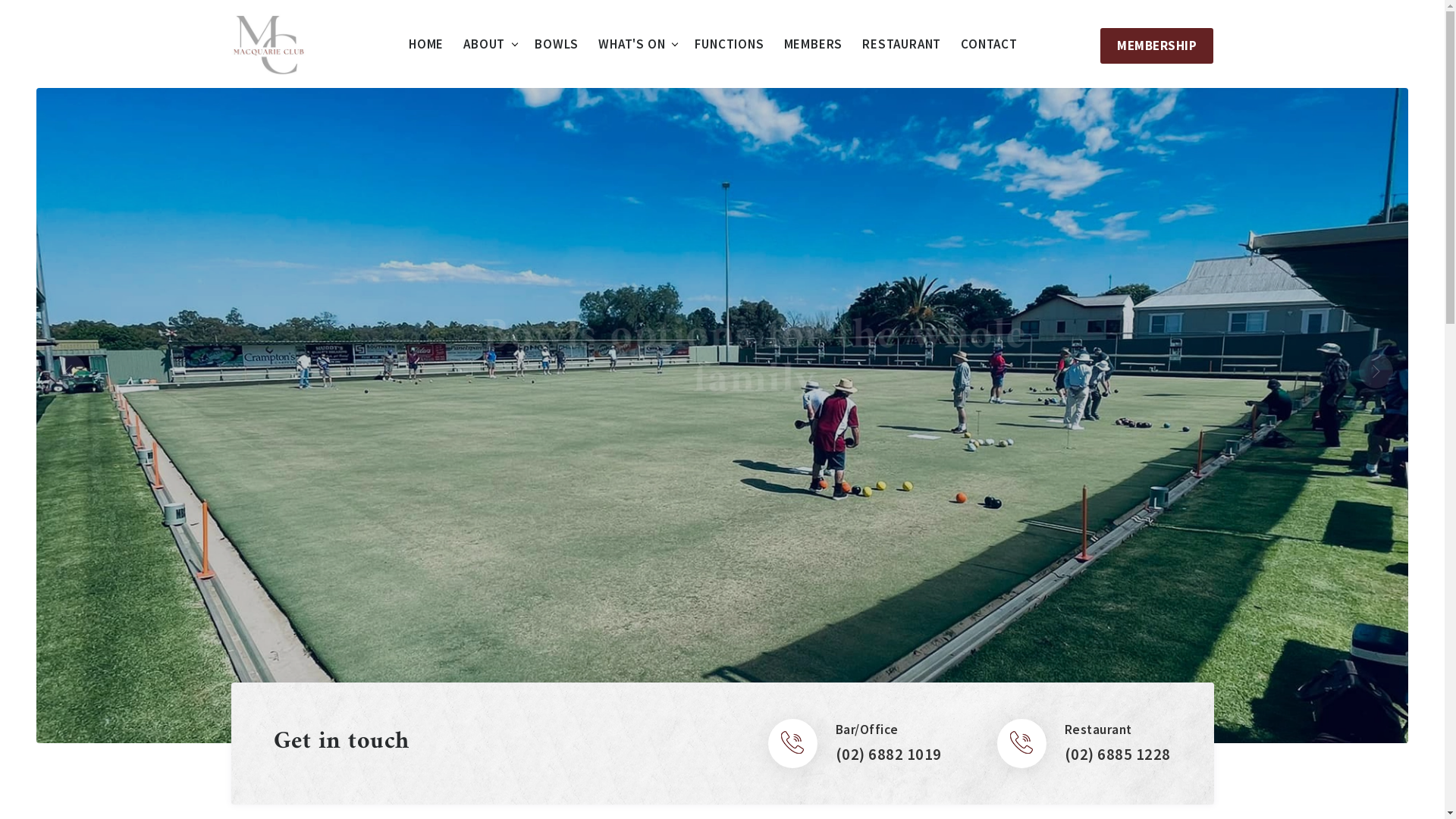 The height and width of the screenshot is (819, 1456). I want to click on 'BOWLS', so click(556, 43).